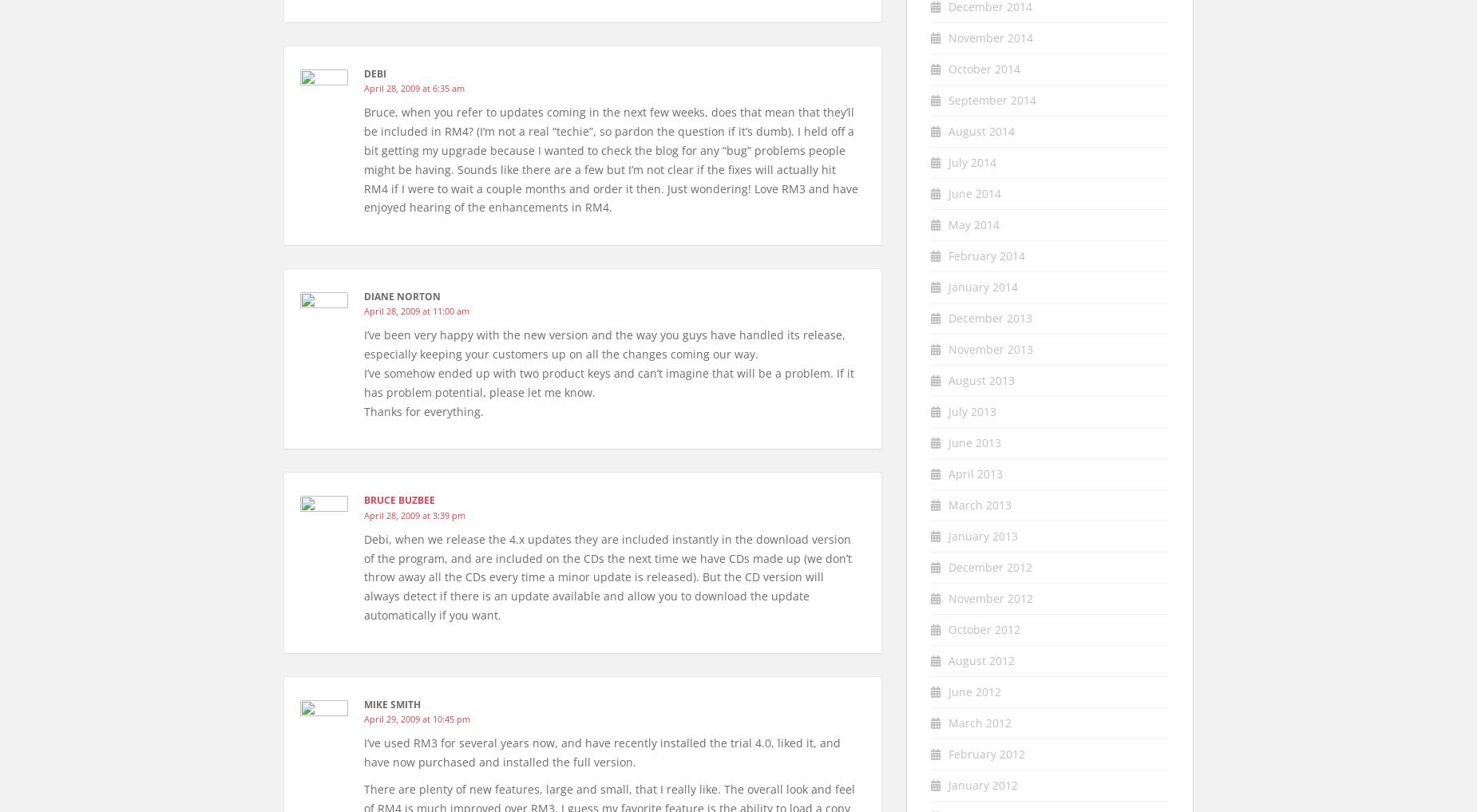  What do you see at coordinates (973, 223) in the screenshot?
I see `'May 2014'` at bounding box center [973, 223].